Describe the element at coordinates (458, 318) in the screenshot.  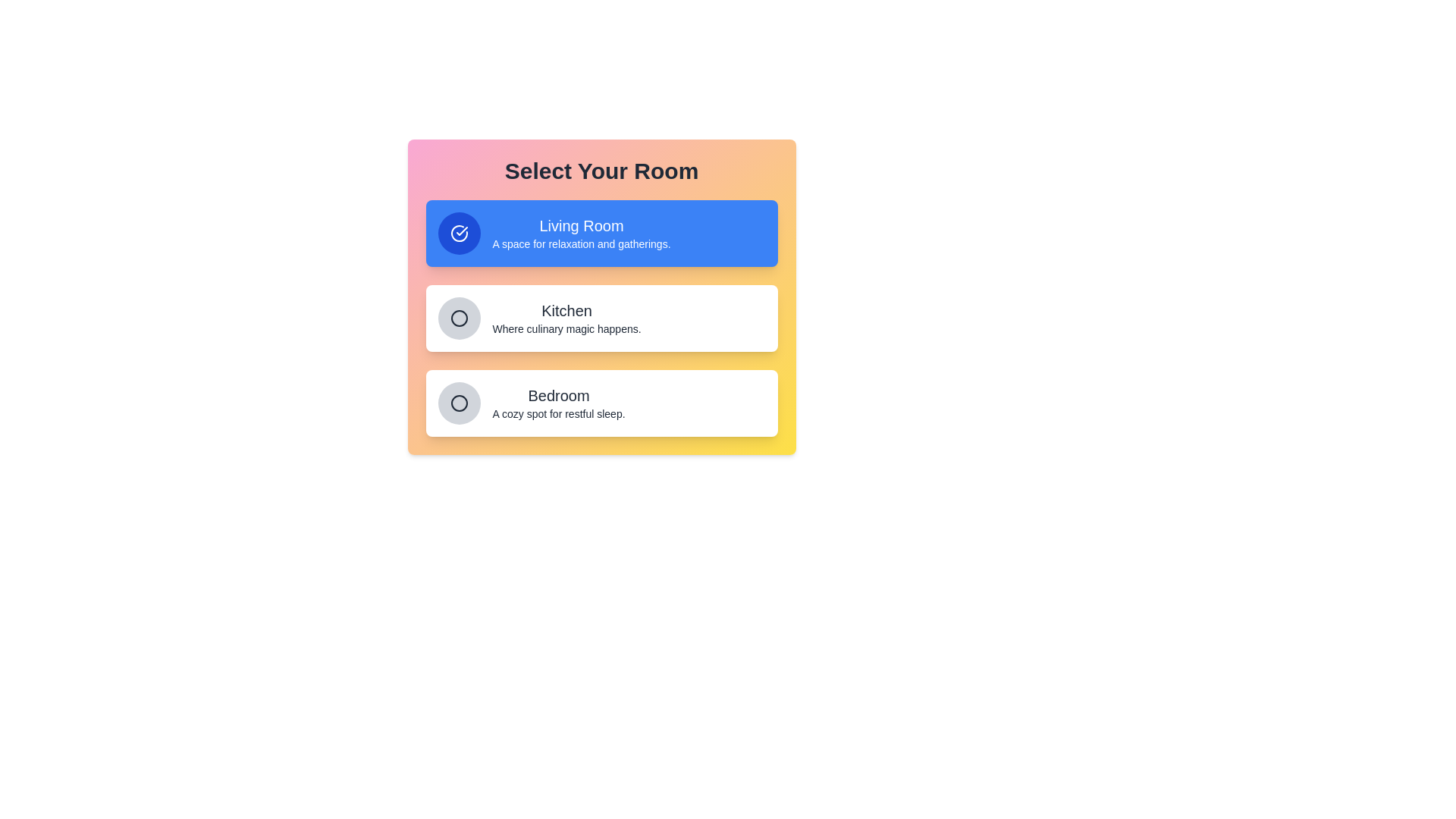
I see `the 'Kitchen' selection icon, which is located to the left of the text 'Kitchen' in the second list item` at that location.